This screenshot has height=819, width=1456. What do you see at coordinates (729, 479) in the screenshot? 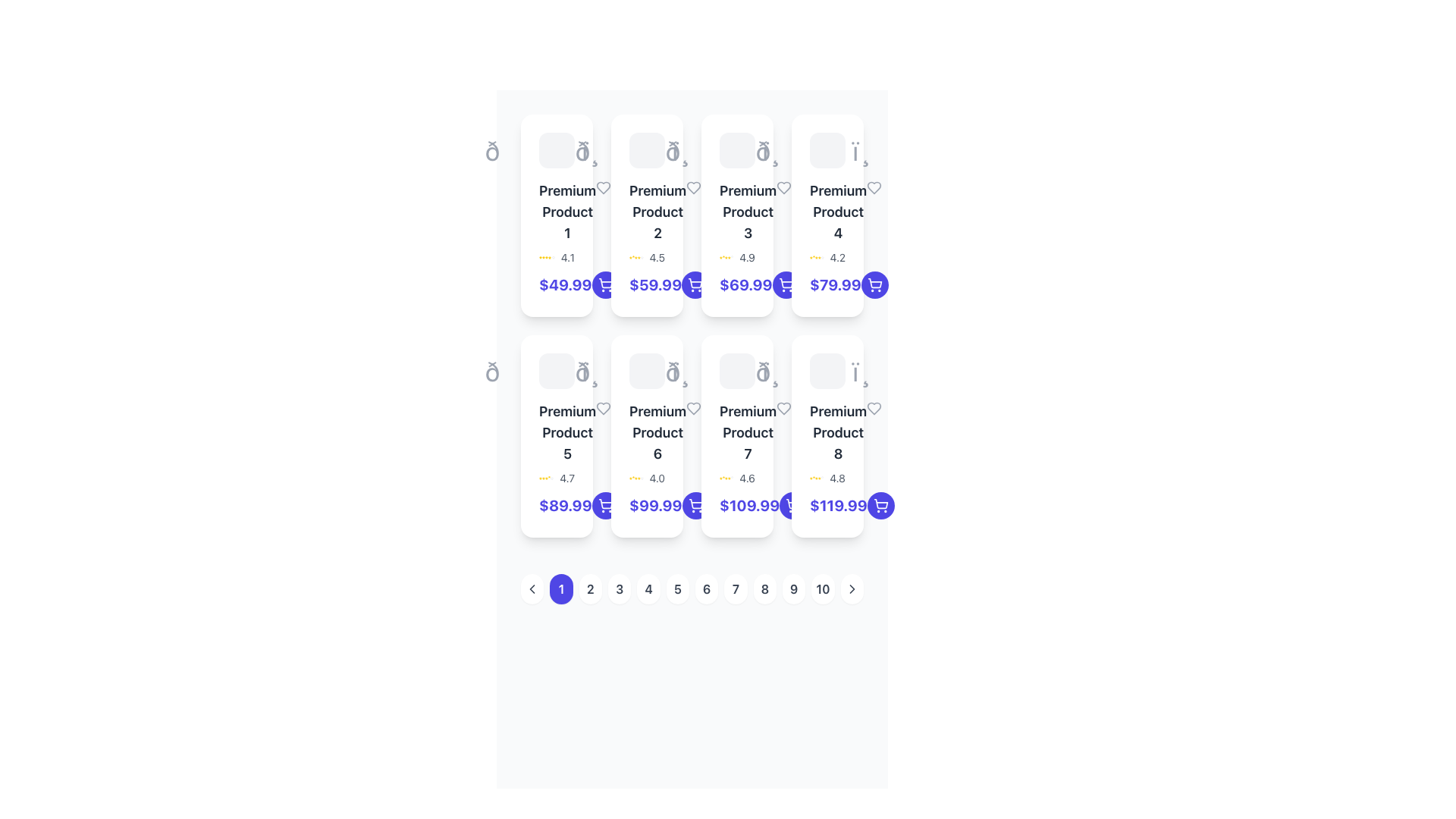
I see `the fifth star icon in the star rating component for 'Premium Product 7', which is a bright yellow filled star positioned horizontally with other stars` at bounding box center [729, 479].